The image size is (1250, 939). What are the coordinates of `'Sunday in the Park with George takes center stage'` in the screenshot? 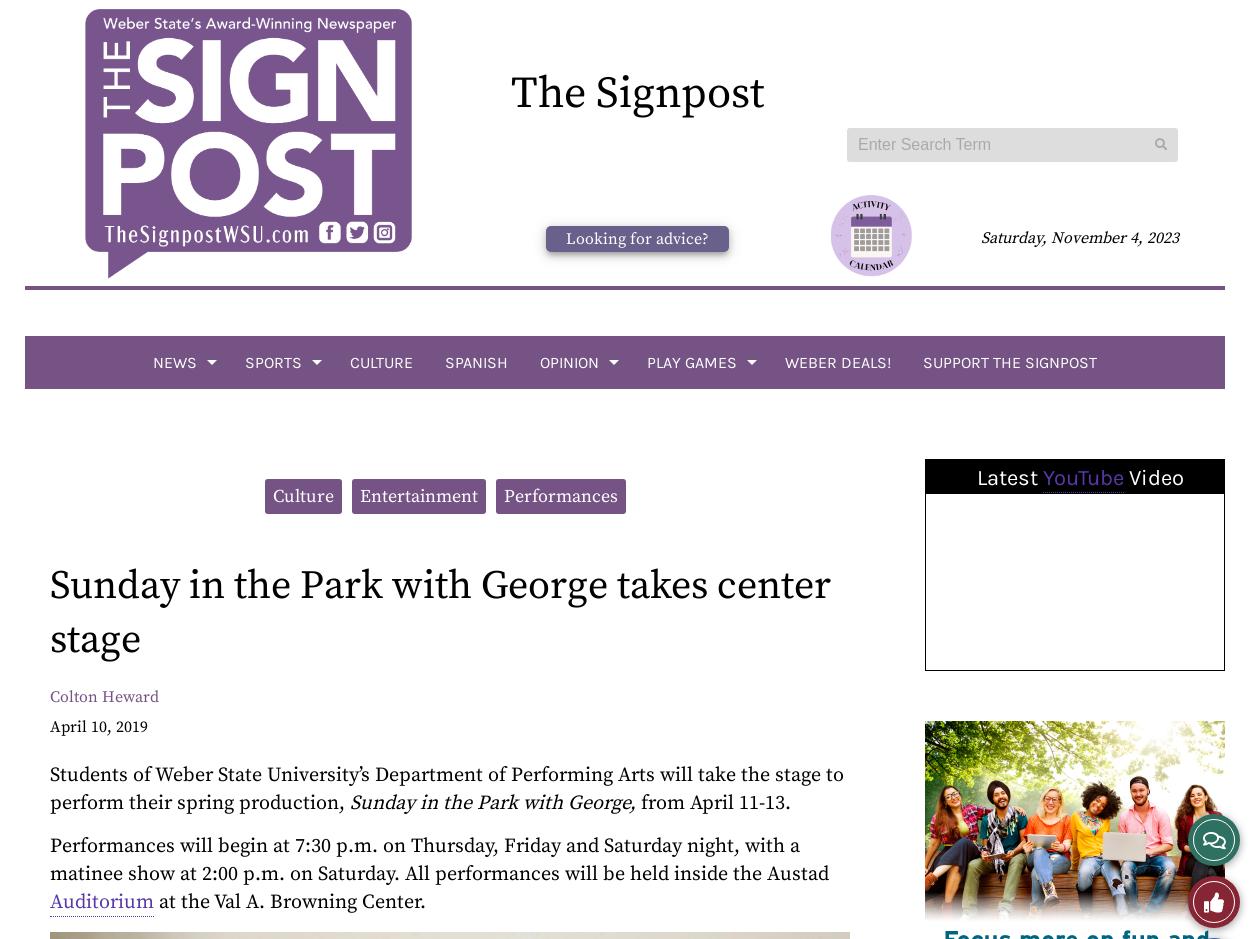 It's located at (439, 612).